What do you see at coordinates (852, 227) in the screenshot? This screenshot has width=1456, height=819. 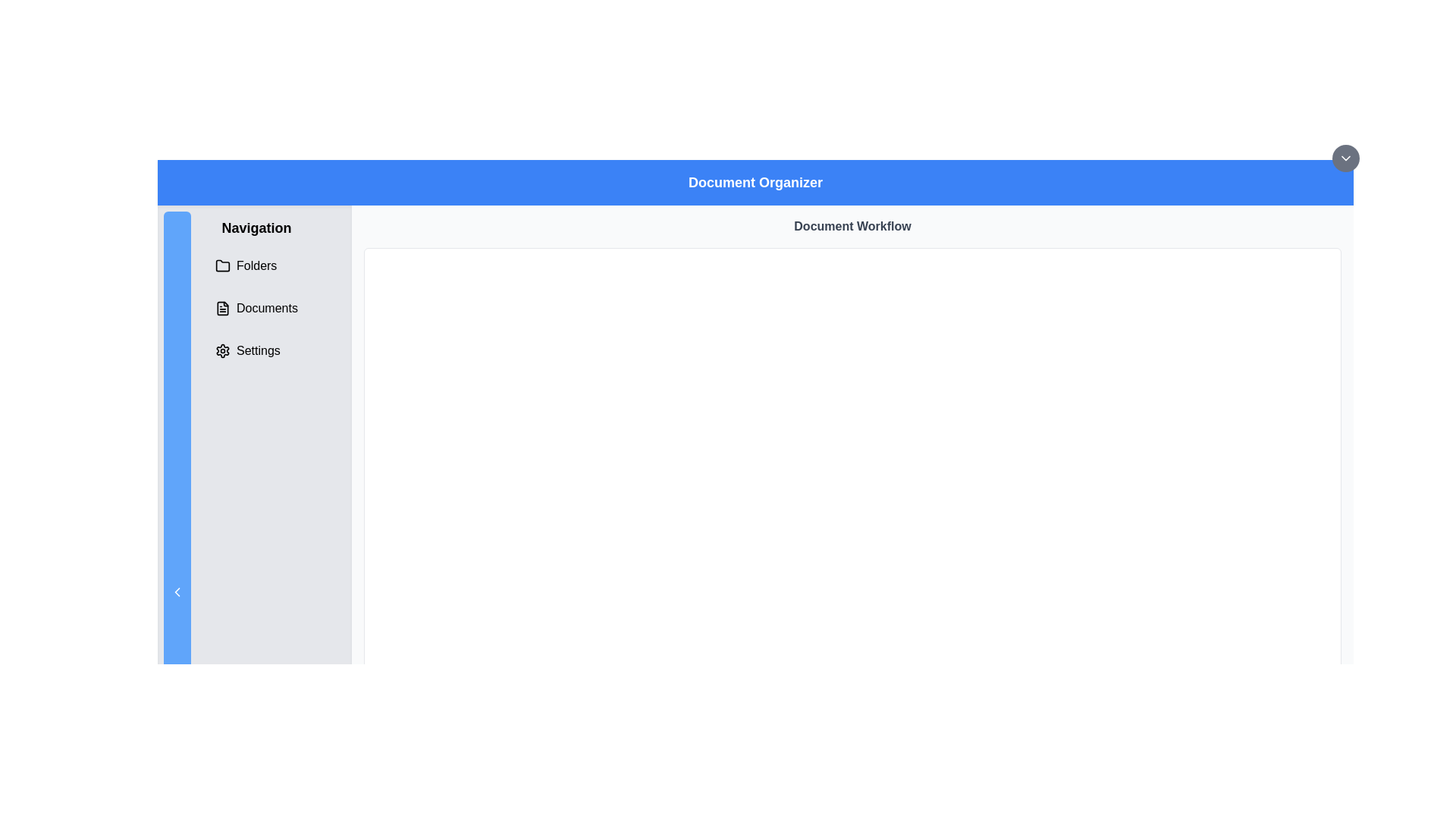 I see `the static text element that serves as a title or heading for the content, positioned beneath the blue header 'Document Organizer'` at bounding box center [852, 227].